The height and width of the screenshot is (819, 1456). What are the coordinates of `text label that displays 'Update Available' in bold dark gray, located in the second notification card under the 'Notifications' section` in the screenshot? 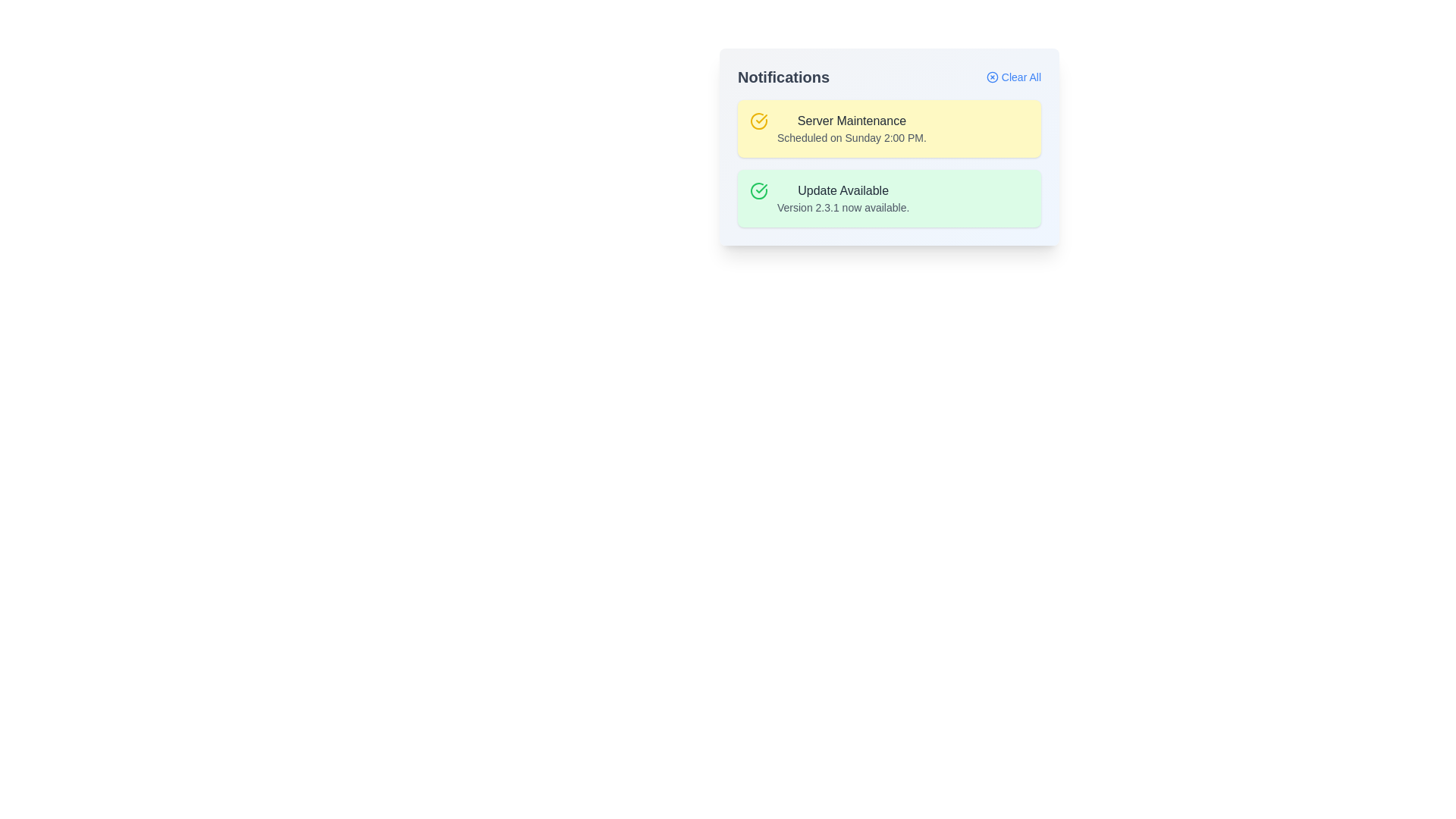 It's located at (843, 190).